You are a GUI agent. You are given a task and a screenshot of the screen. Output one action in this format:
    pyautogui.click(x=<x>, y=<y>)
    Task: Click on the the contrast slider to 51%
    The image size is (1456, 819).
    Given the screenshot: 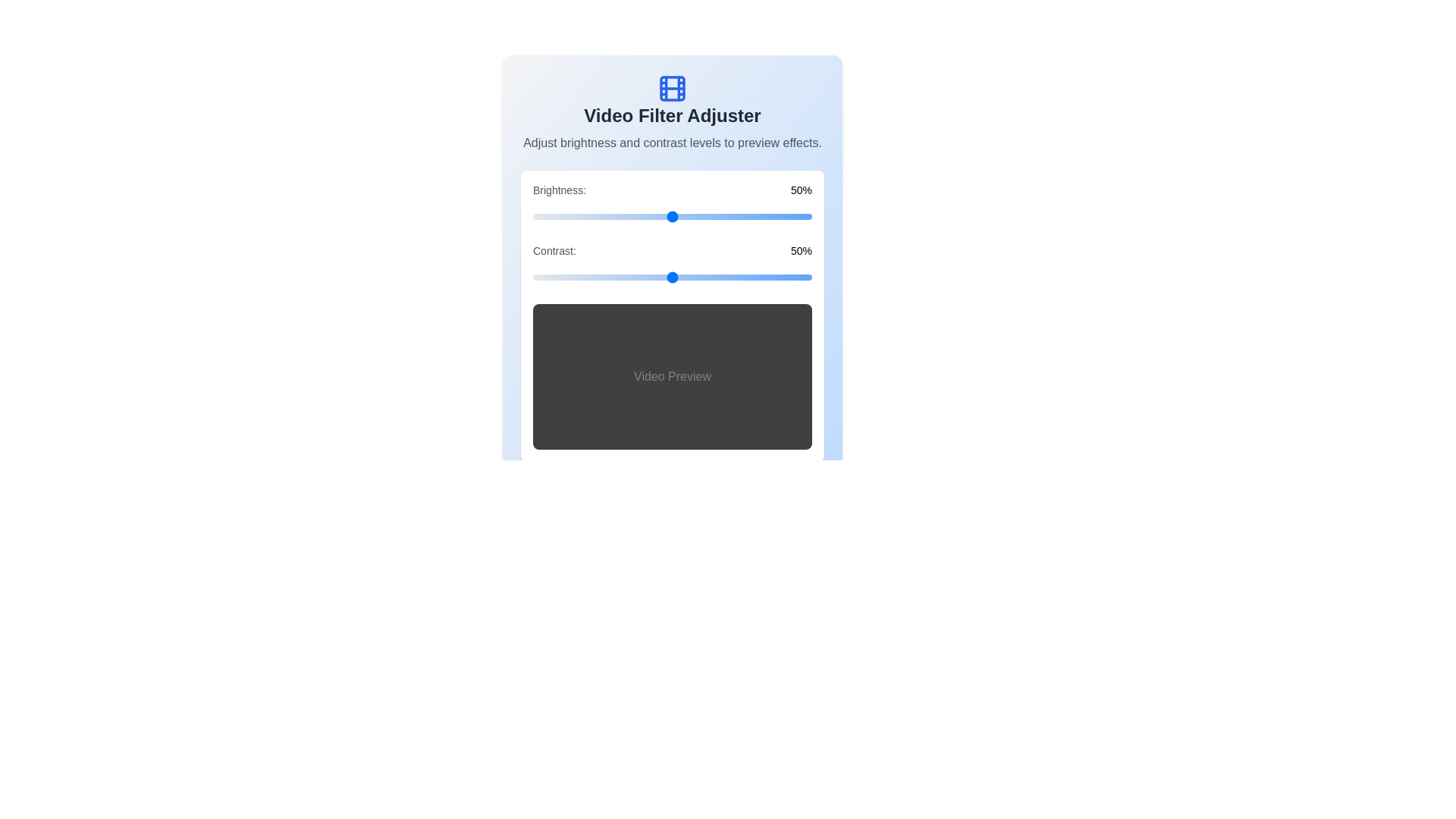 What is the action you would take?
    pyautogui.click(x=674, y=278)
    